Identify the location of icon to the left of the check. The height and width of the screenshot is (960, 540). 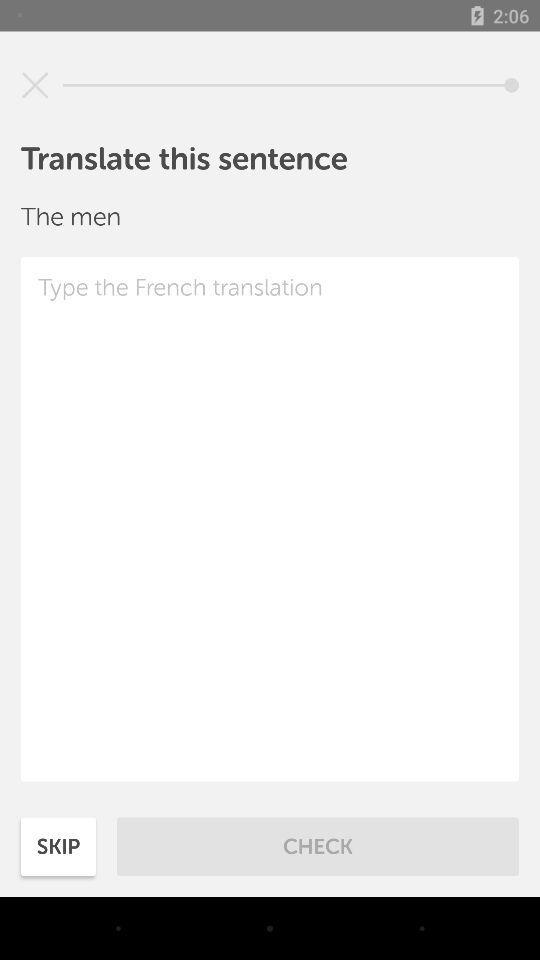
(58, 845).